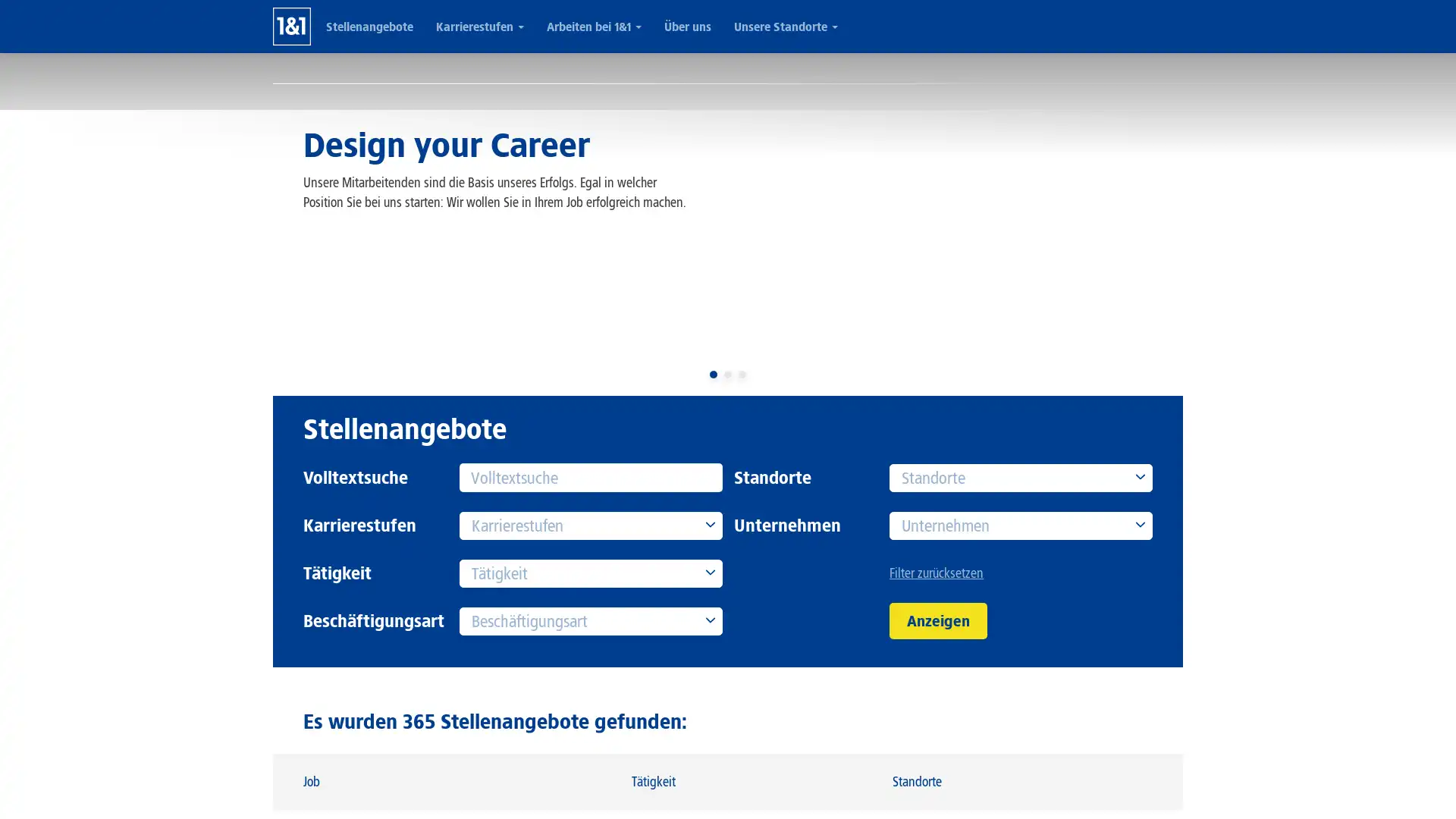  Describe the element at coordinates (1021, 573) in the screenshot. I see `Filter zurucksetzen` at that location.